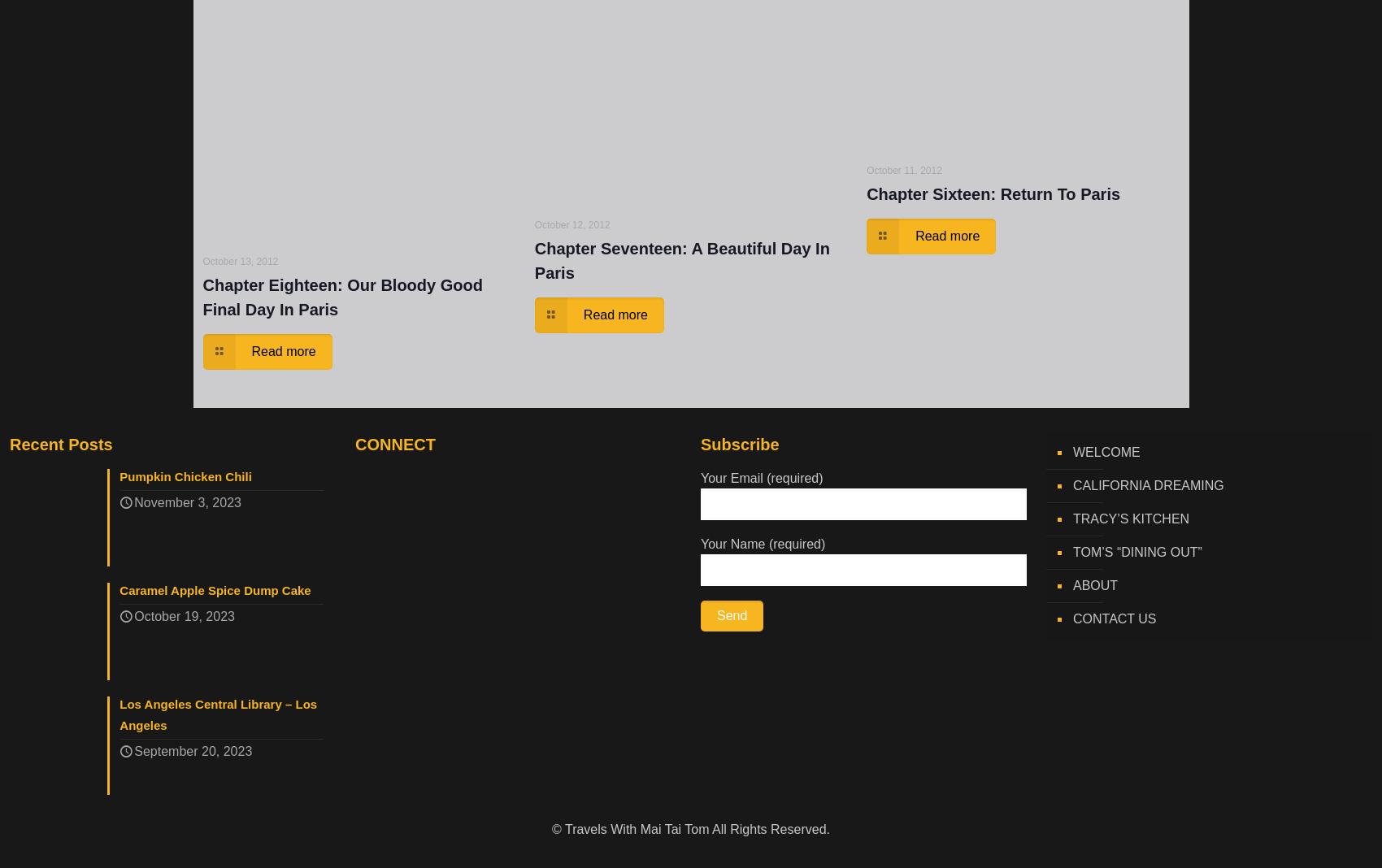  What do you see at coordinates (1073, 519) in the screenshot?
I see `'TRACY’S KITCHEN'` at bounding box center [1073, 519].